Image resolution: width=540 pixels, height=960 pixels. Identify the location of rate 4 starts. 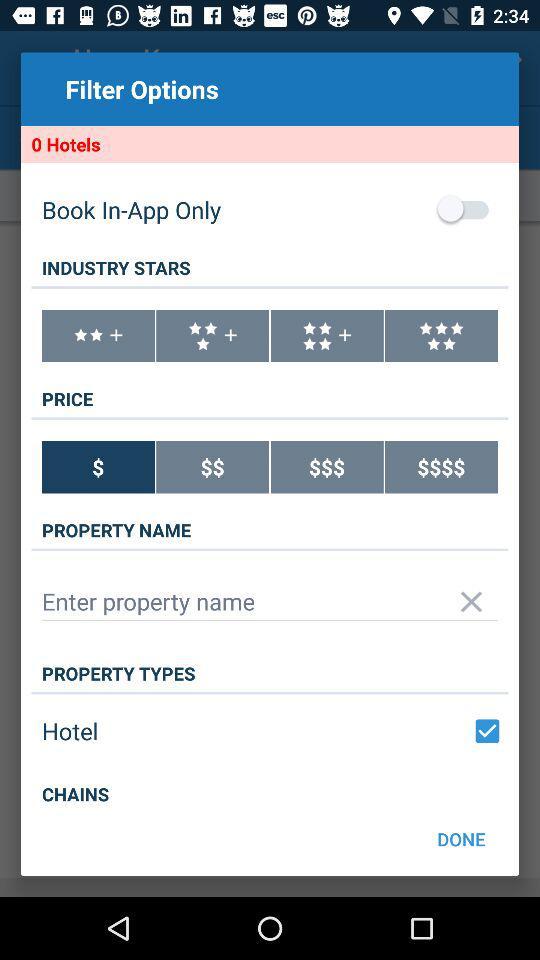
(327, 336).